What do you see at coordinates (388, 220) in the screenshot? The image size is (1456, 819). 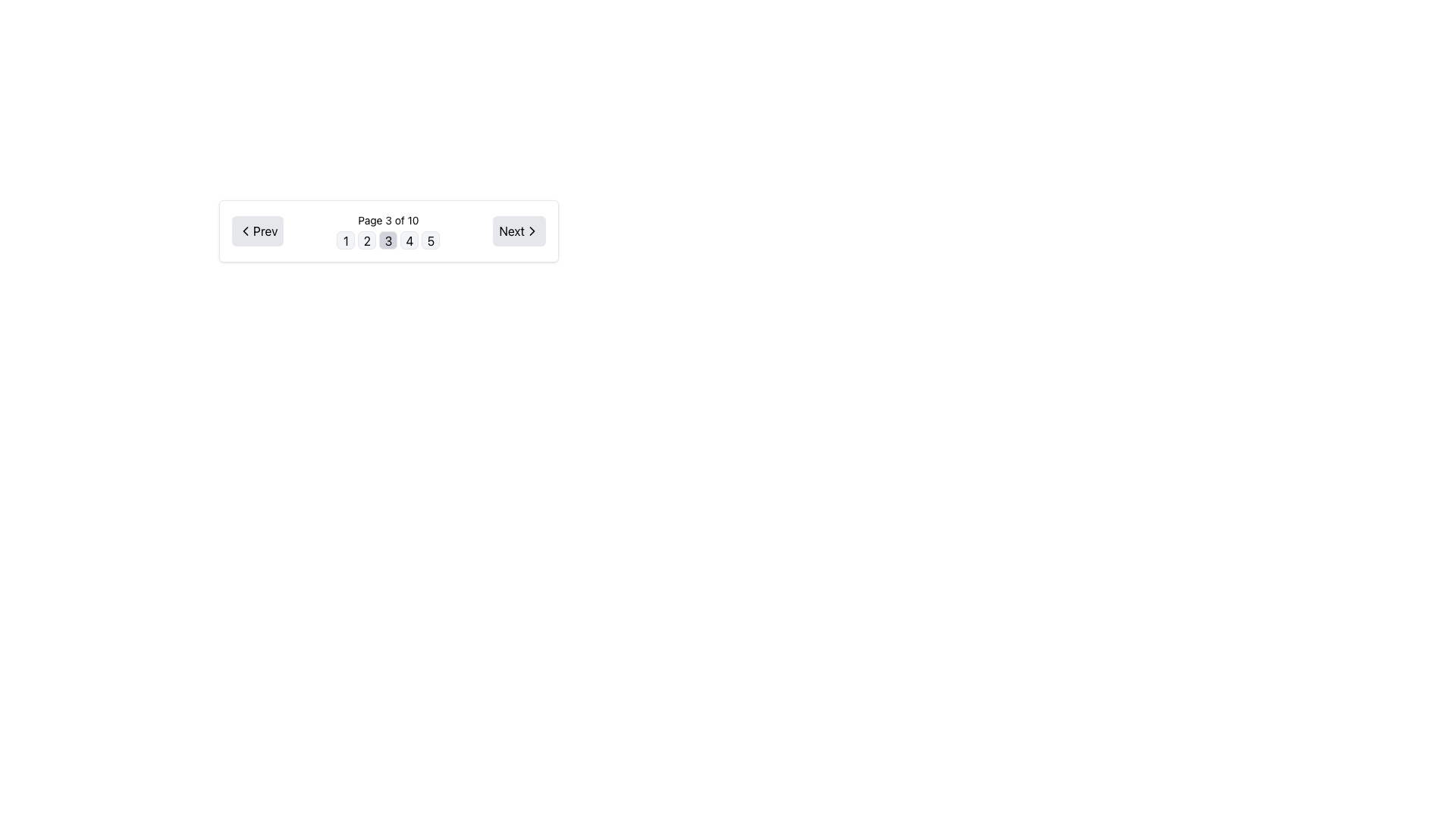 I see `the label displaying 'Page 3 of 10', which is centrally located in the pagination navigation bar above the numbered buttons` at bounding box center [388, 220].